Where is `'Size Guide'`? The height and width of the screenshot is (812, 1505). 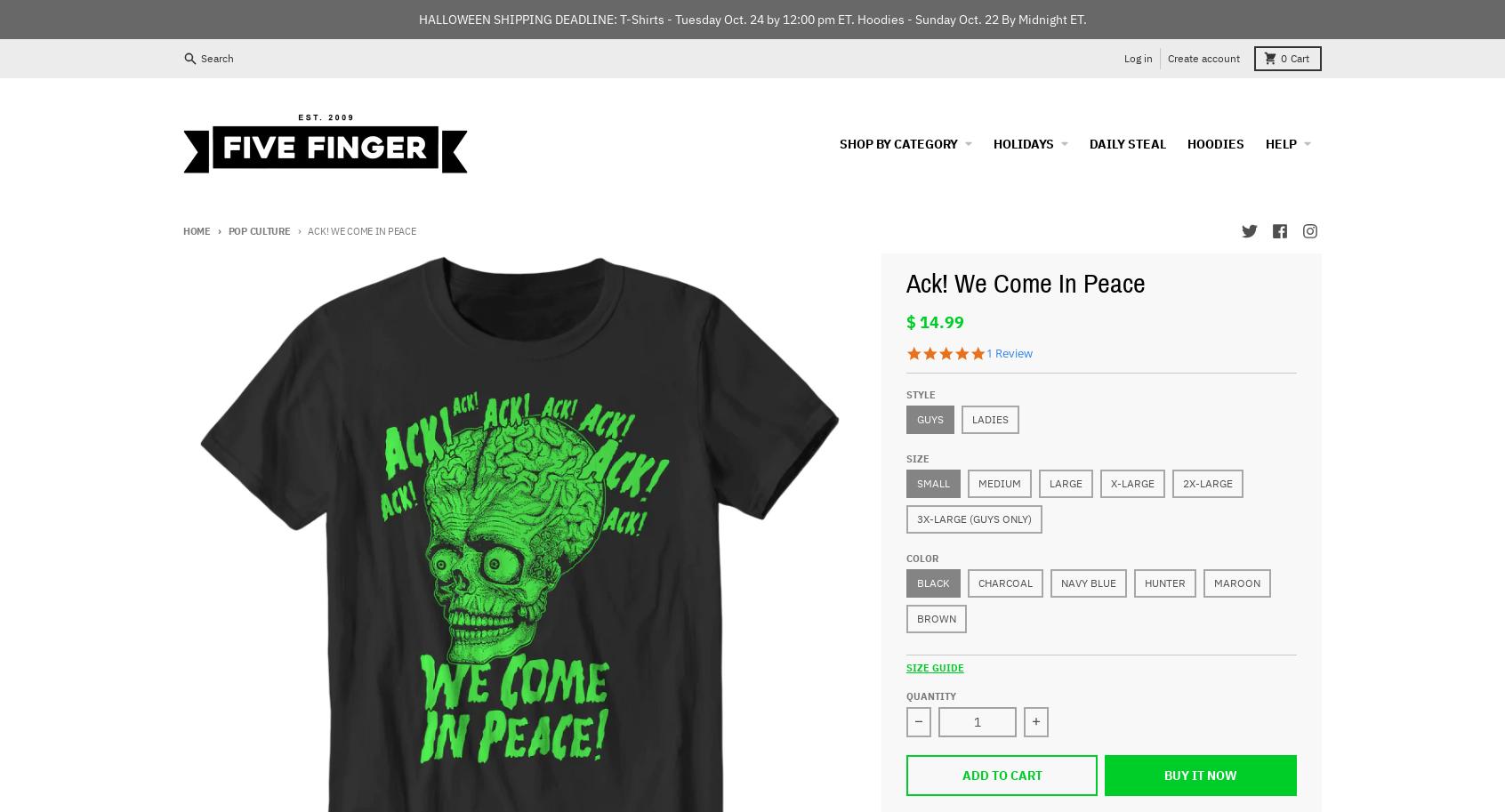
'Size Guide' is located at coordinates (933, 667).